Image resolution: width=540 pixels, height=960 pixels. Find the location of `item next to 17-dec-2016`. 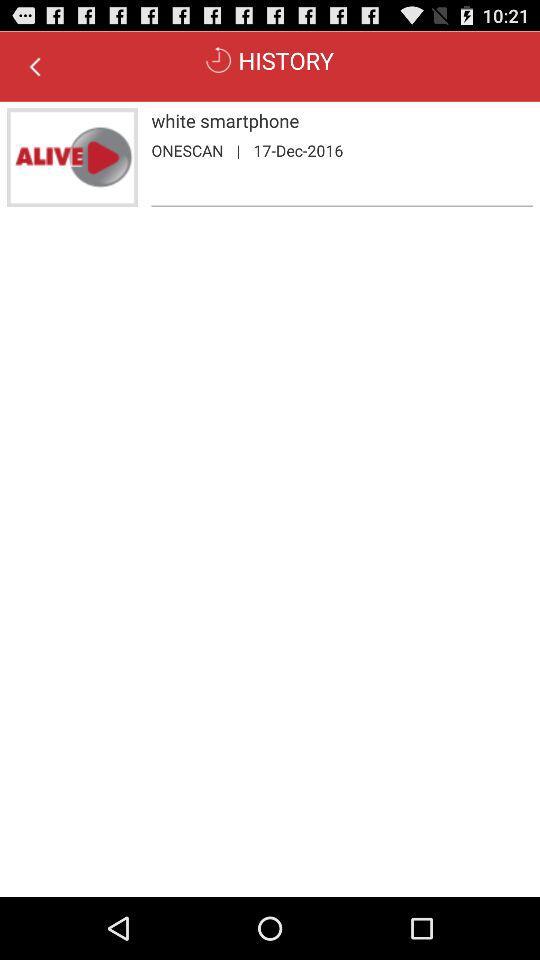

item next to 17-dec-2016 is located at coordinates (238, 149).